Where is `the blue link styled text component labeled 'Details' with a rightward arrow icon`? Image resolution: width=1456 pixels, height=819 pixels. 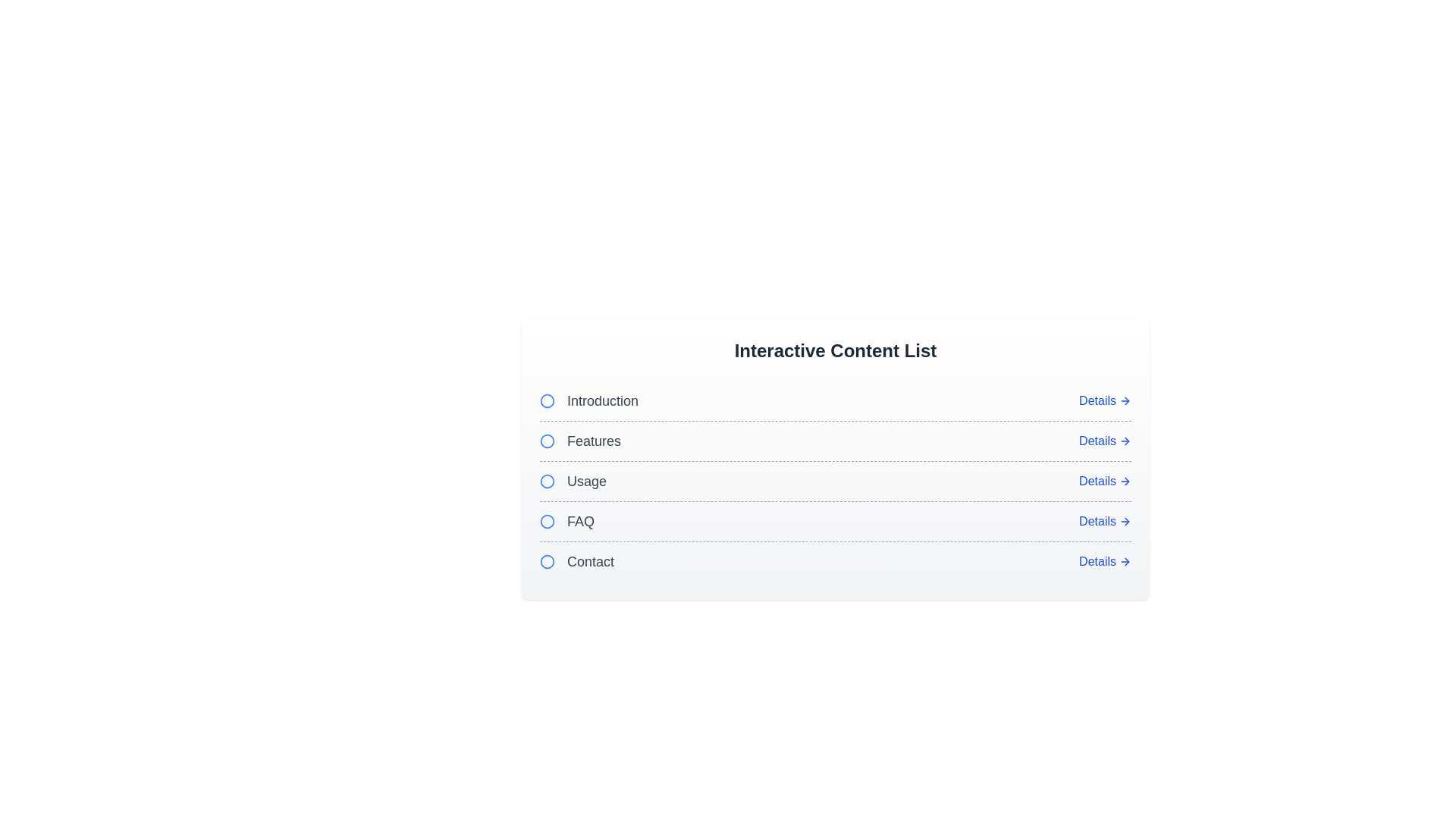 the blue link styled text component labeled 'Details' with a rightward arrow icon is located at coordinates (1105, 520).